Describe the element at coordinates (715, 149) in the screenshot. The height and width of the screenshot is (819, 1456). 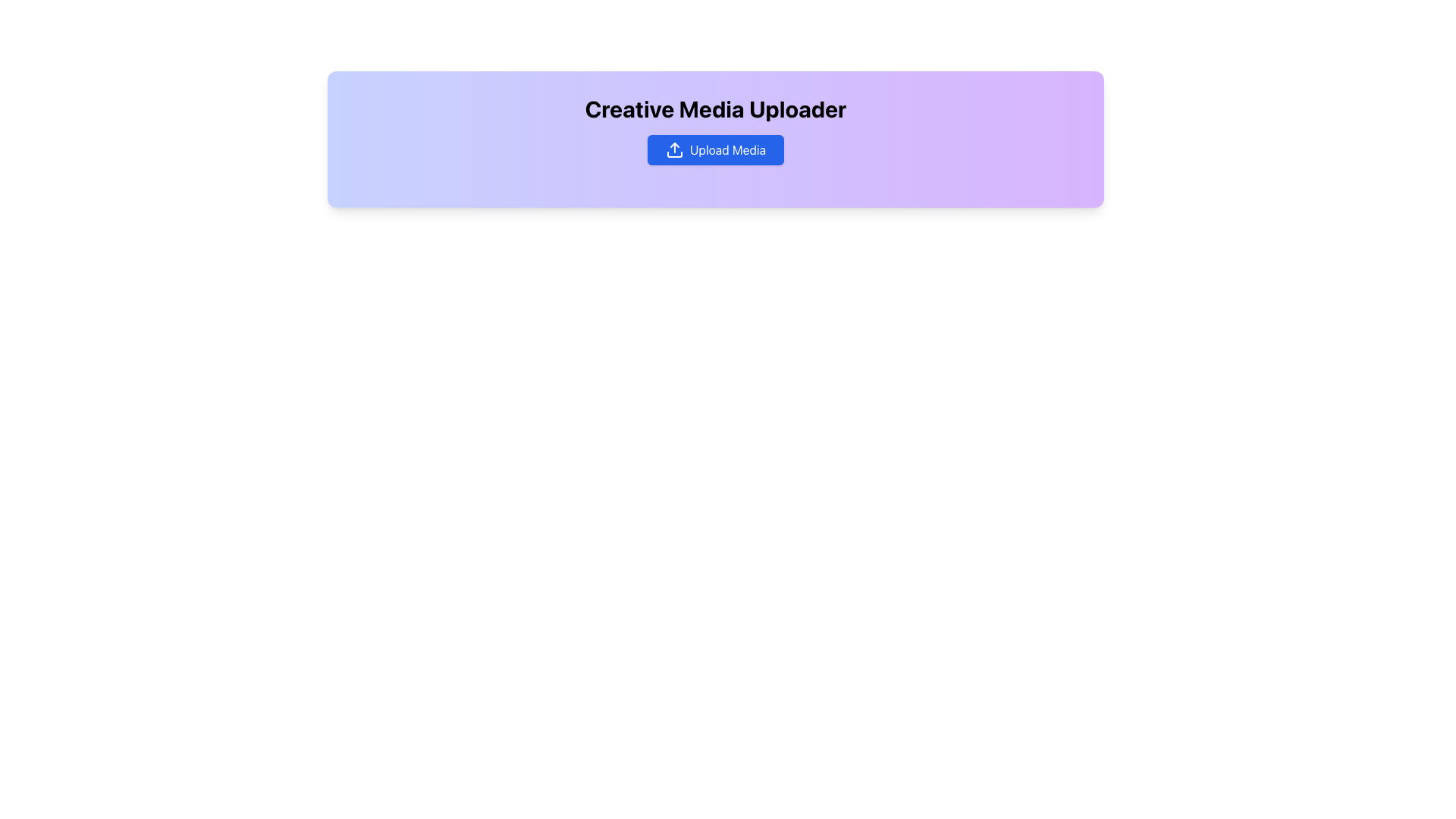
I see `the blue 'Upload Media' button with rounded edges to observe the hover effect` at that location.